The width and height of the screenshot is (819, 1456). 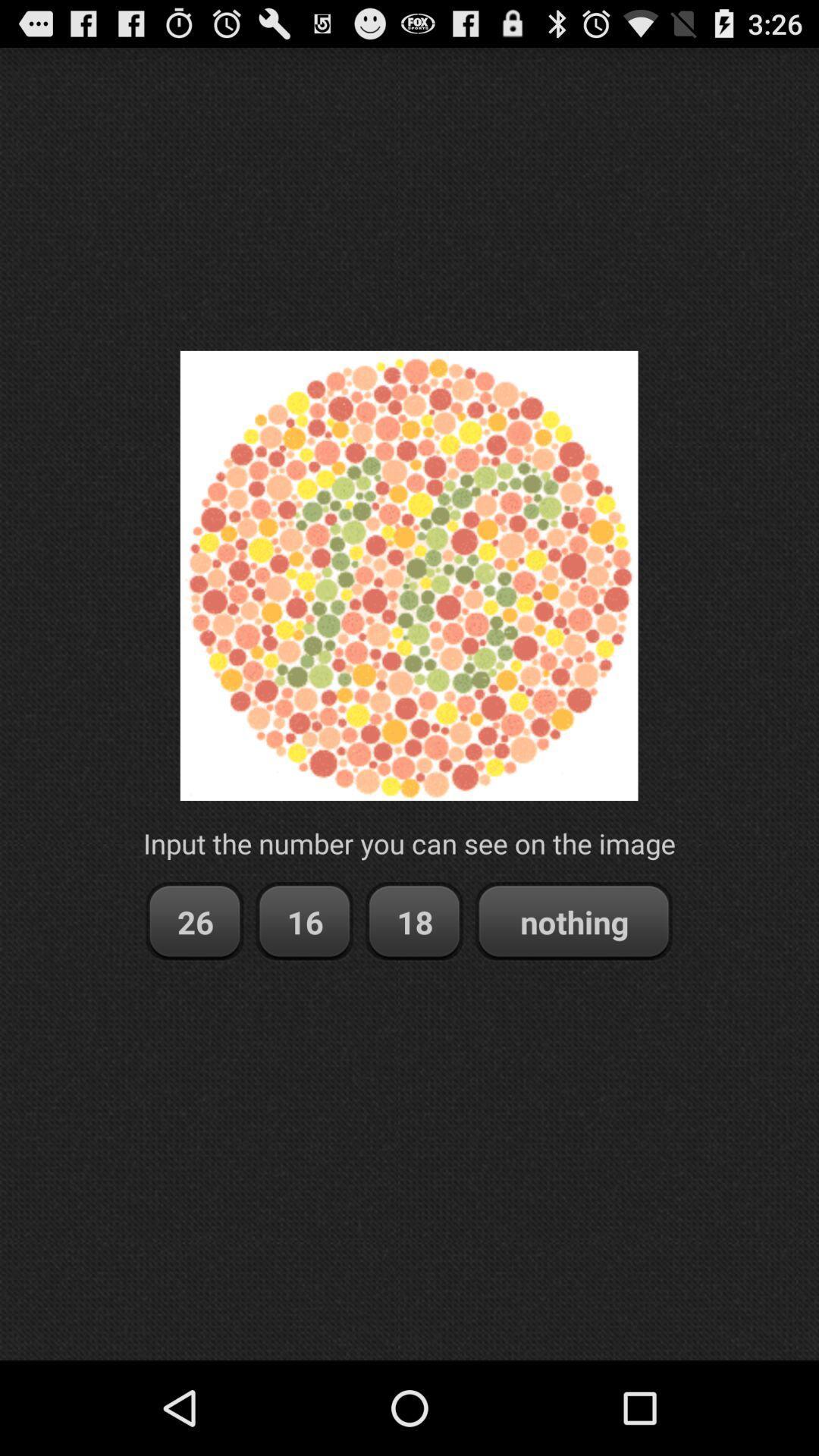 What do you see at coordinates (193, 921) in the screenshot?
I see `the item below input the number item` at bounding box center [193, 921].